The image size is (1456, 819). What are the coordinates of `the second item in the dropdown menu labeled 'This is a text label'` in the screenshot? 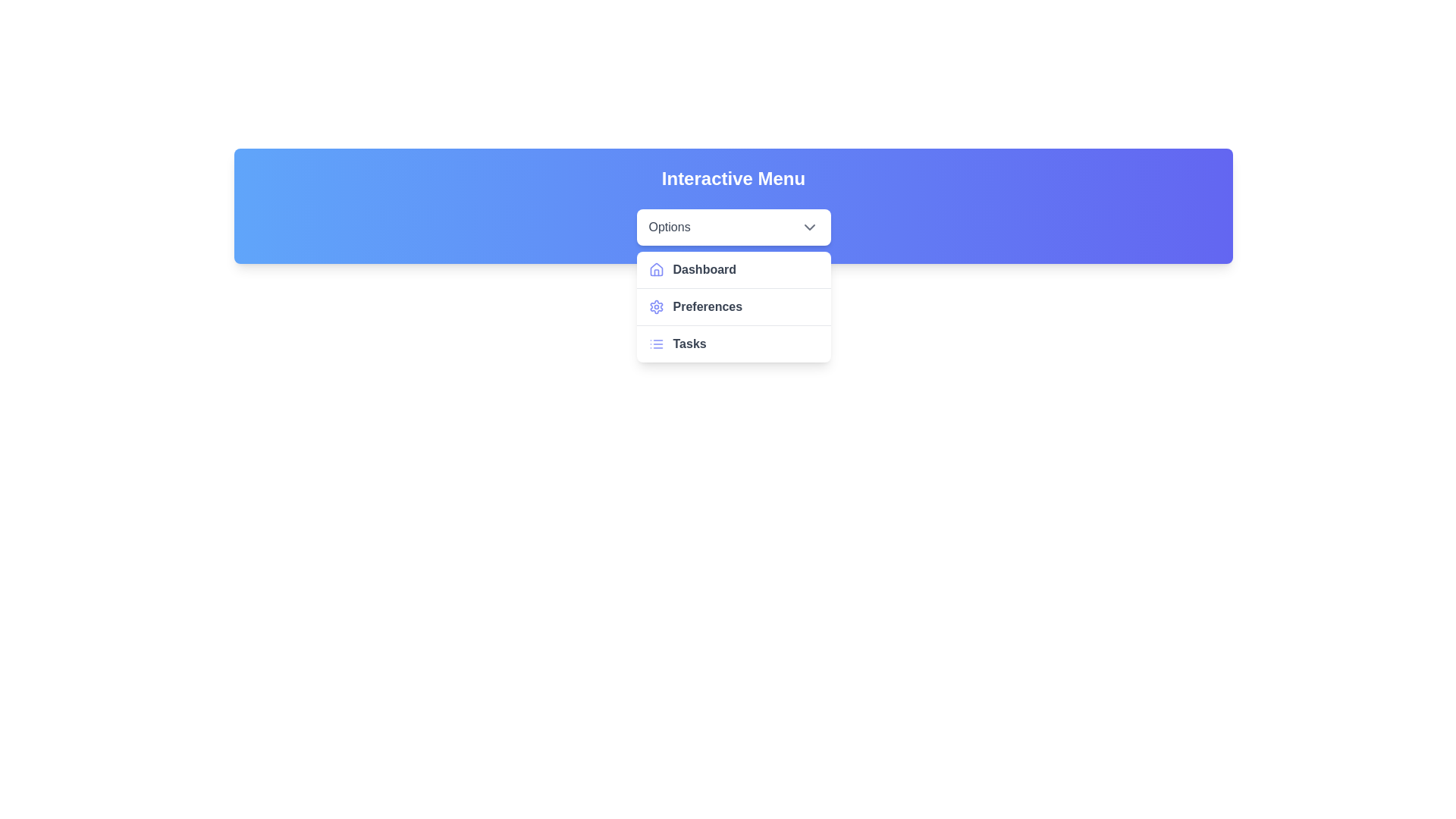 It's located at (707, 307).